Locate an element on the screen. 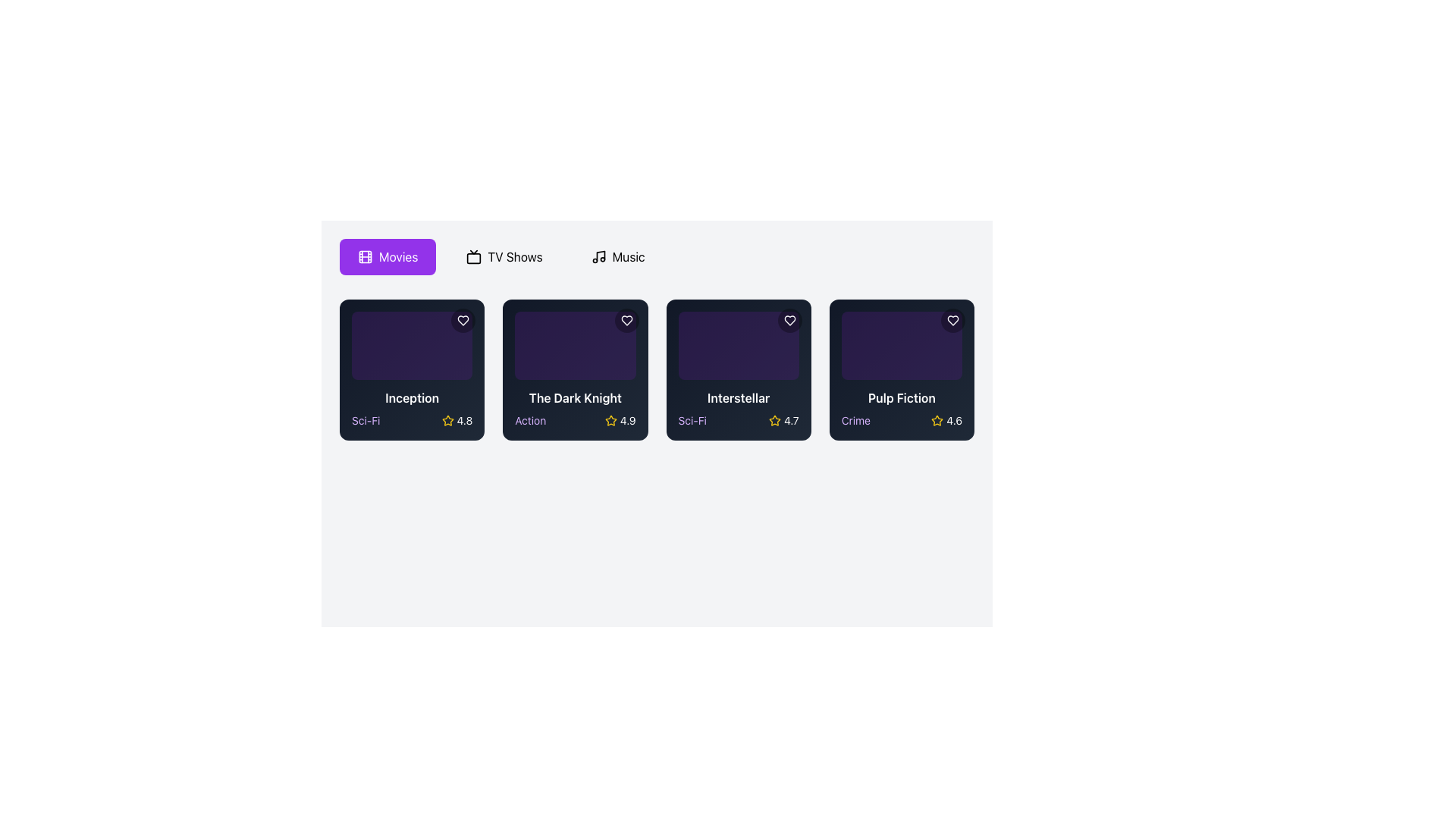 The height and width of the screenshot is (819, 1456). the 'Action' genre label located below the title 'The Dark Knight' and above the rating '4.9' is located at coordinates (530, 420).